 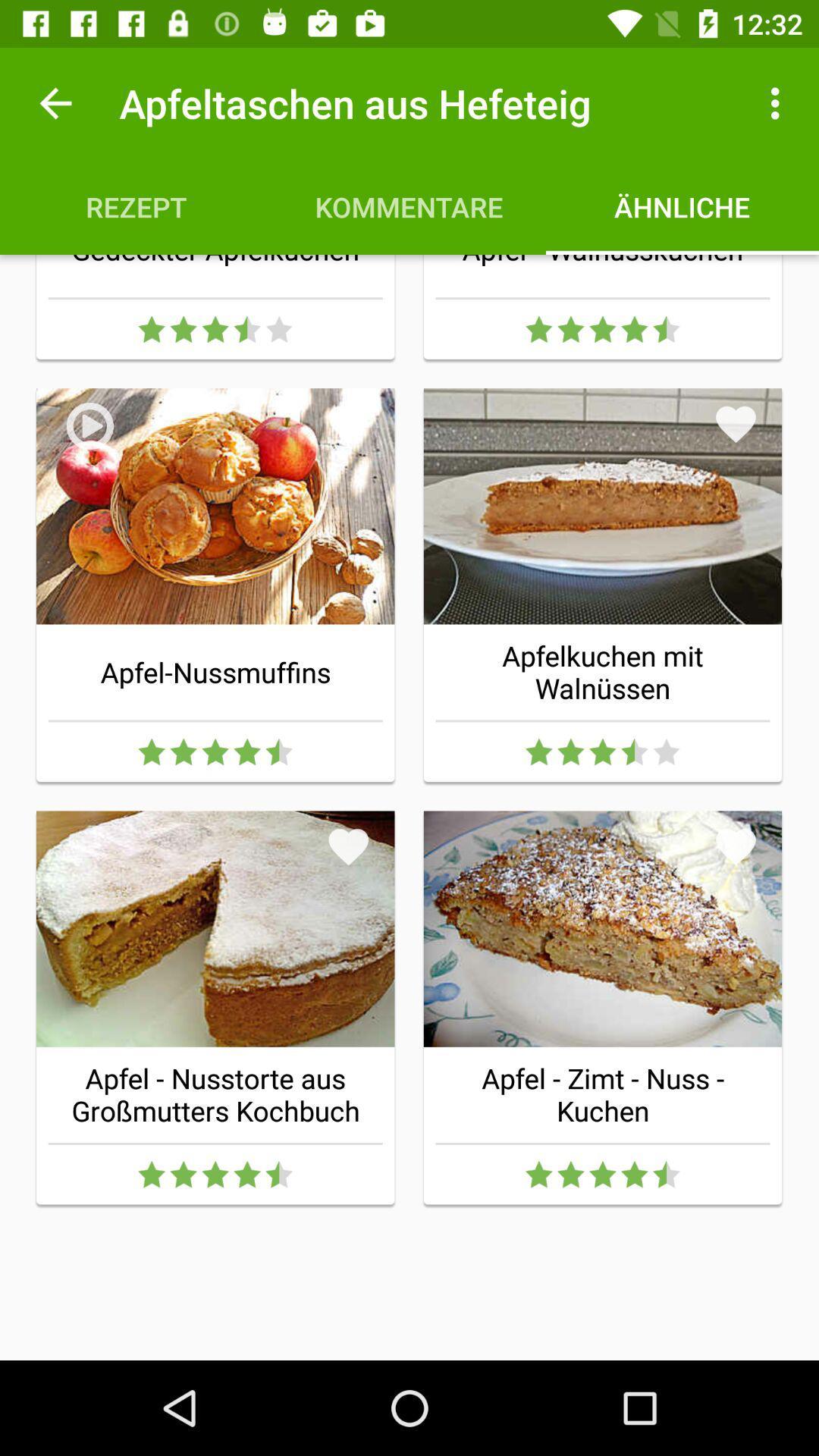 What do you see at coordinates (55, 102) in the screenshot?
I see `the icon to the left of apfeltaschen aus hefeteig icon` at bounding box center [55, 102].